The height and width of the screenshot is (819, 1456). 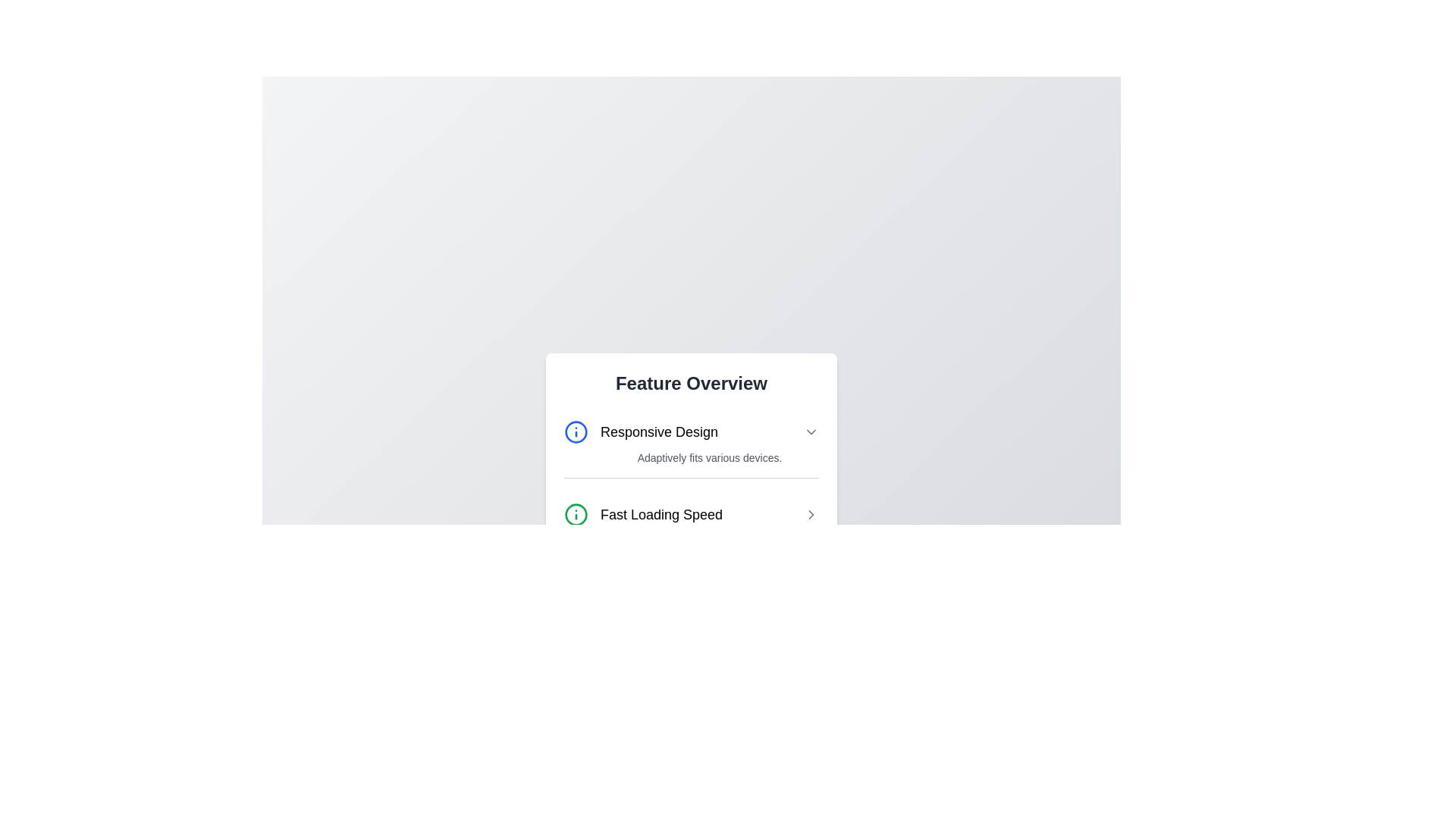 I want to click on the Dropdown toggle icon located at the top-right of the 'Responsive Design' section, so click(x=811, y=431).